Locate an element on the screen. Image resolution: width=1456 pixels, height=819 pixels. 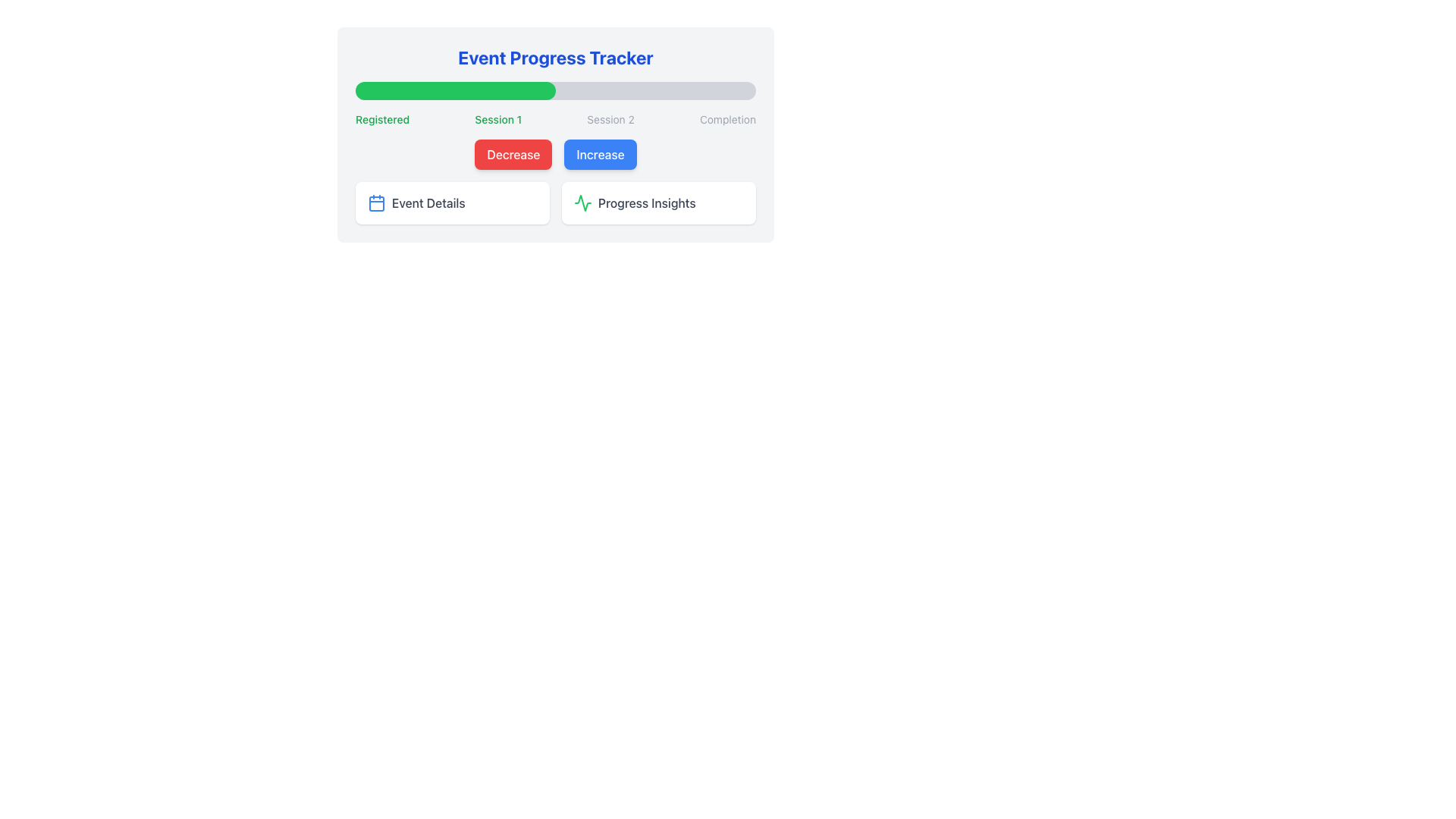
the left button designed to decrease a certain value, located in the top center of the interface is located at coordinates (513, 155).